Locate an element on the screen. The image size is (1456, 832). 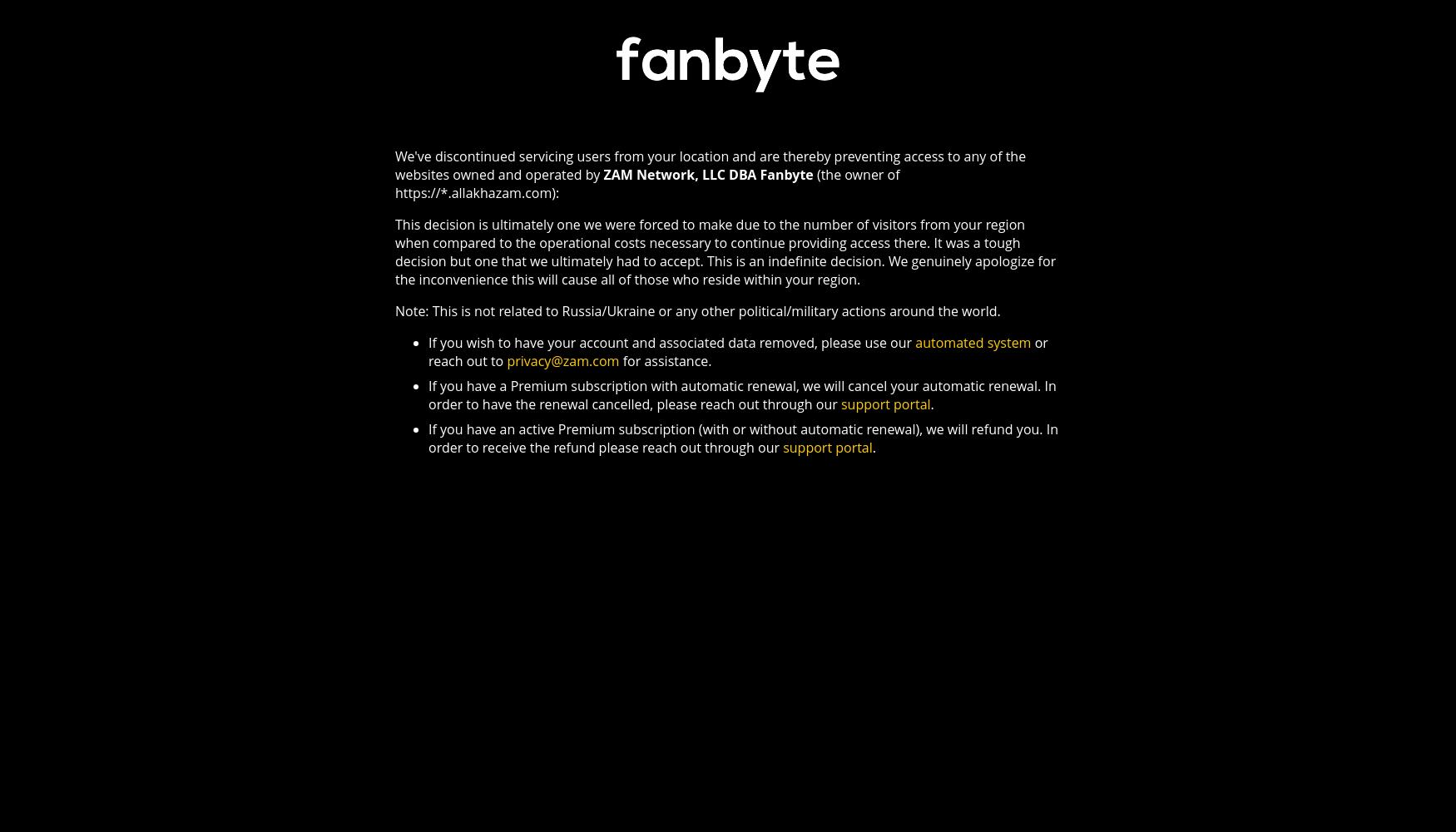
'If you have an active Premium subscription (with or without automatic renewal), we will refund you. In order to receive the refund please reach out through our' is located at coordinates (742, 438).